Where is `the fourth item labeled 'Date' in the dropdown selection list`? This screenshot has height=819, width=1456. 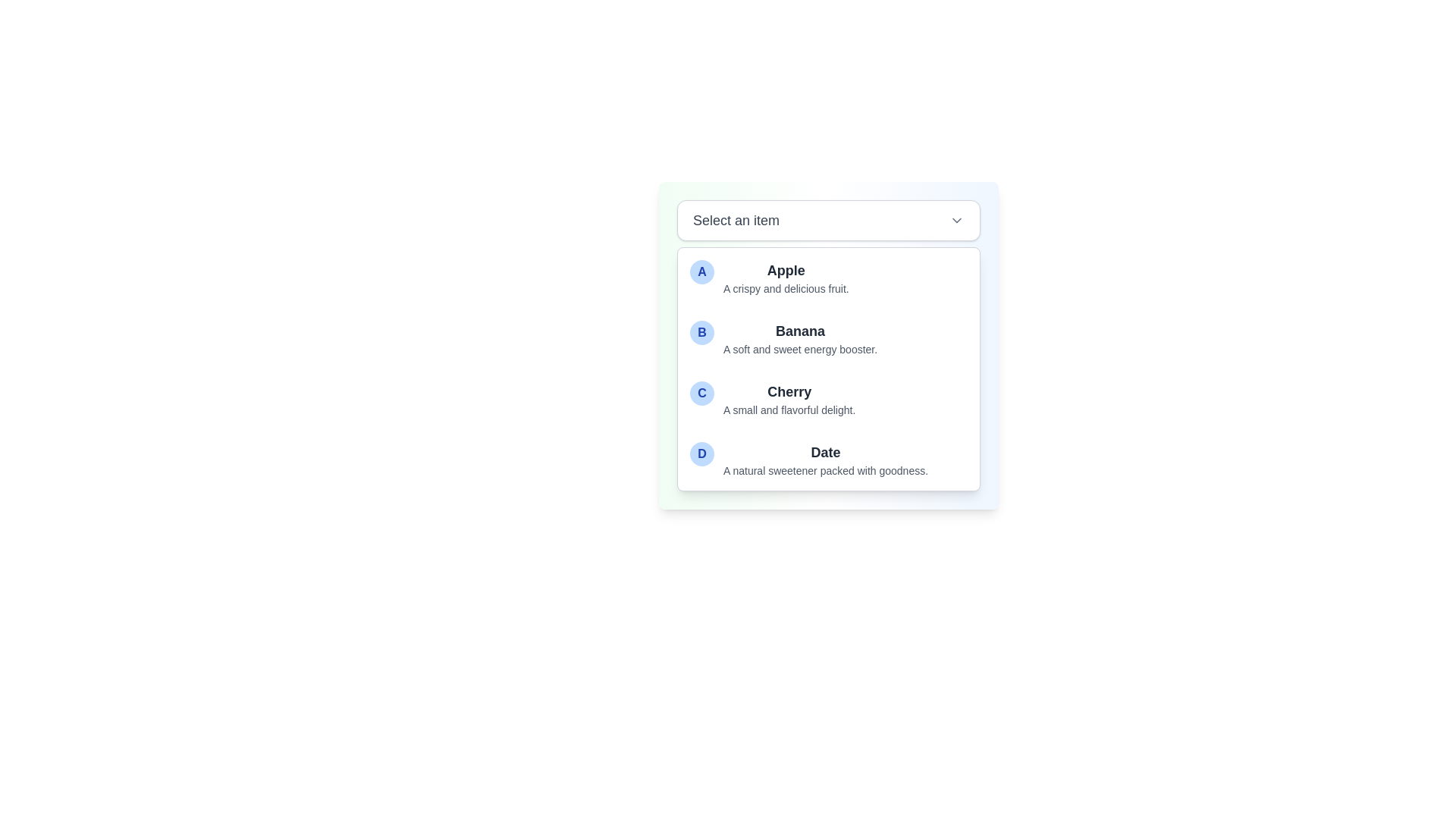 the fourth item labeled 'Date' in the dropdown selection list is located at coordinates (825, 459).